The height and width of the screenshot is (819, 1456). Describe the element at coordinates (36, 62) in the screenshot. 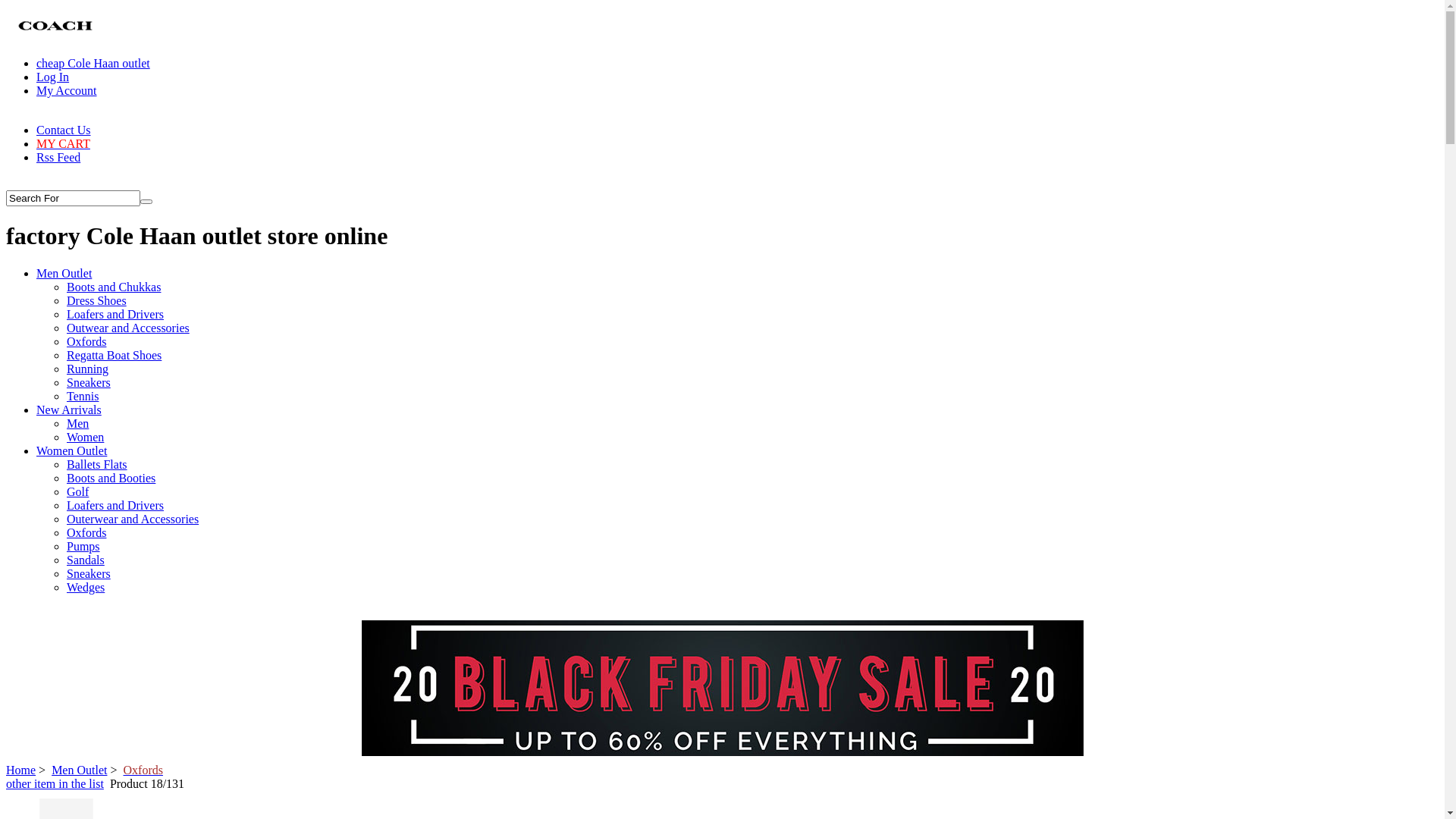

I see `'cheap Cole Haan outlet'` at that location.